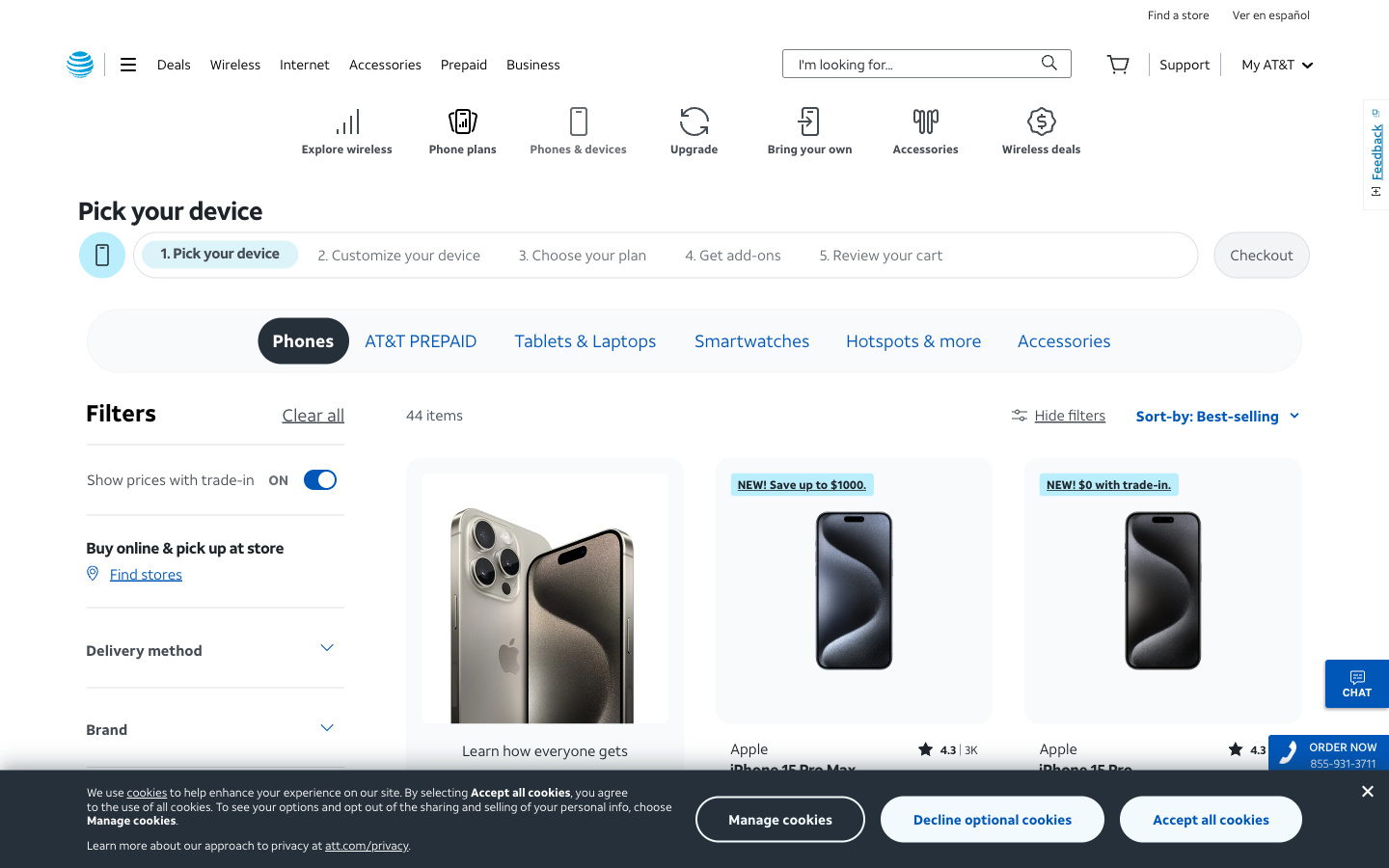 The width and height of the screenshot is (1389, 868). I want to click on the button, so click(1042, 131).